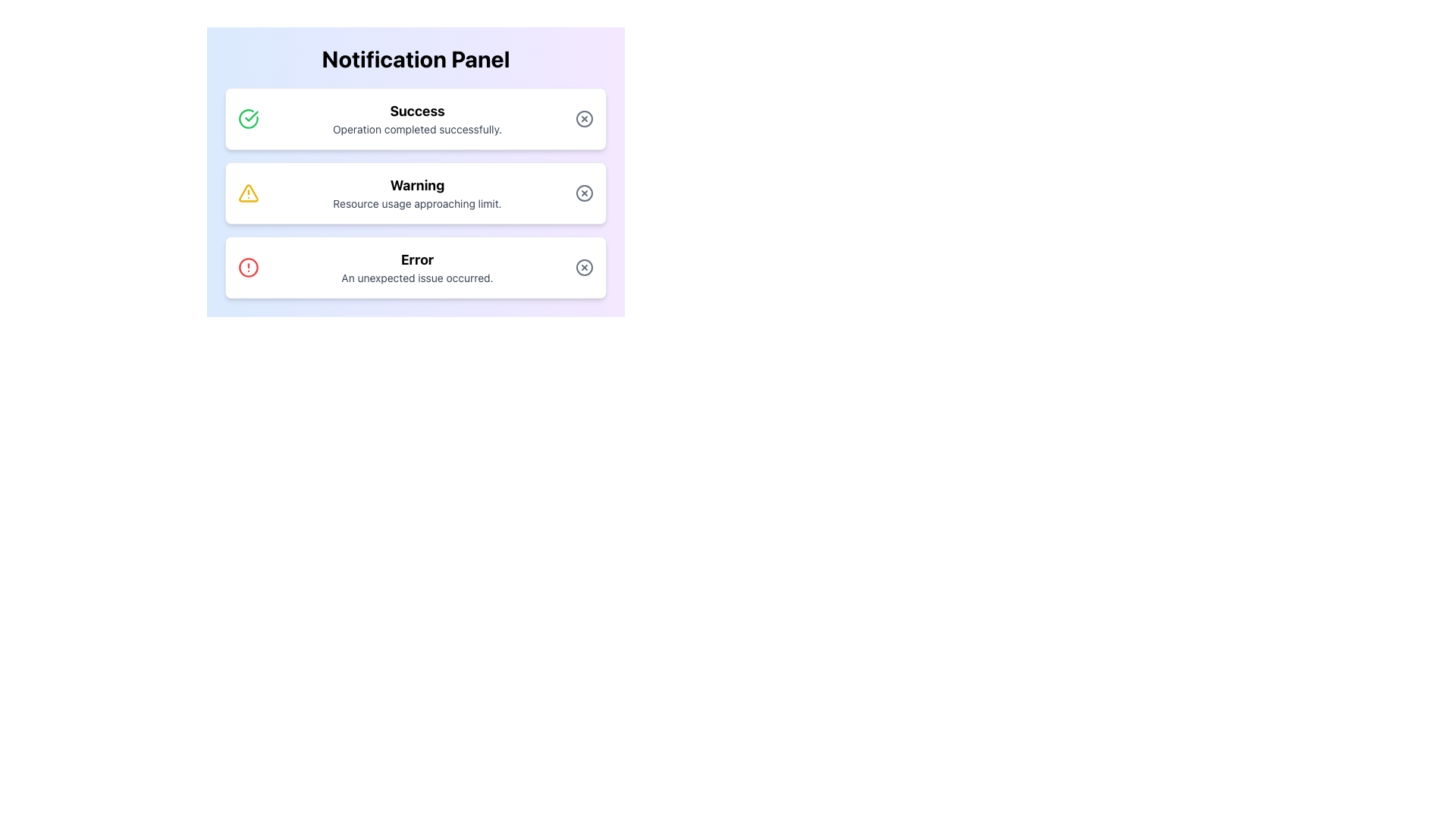  I want to click on text from the bold 'Warning' label displayed in large font in the middle section of the notification panel, so click(417, 185).